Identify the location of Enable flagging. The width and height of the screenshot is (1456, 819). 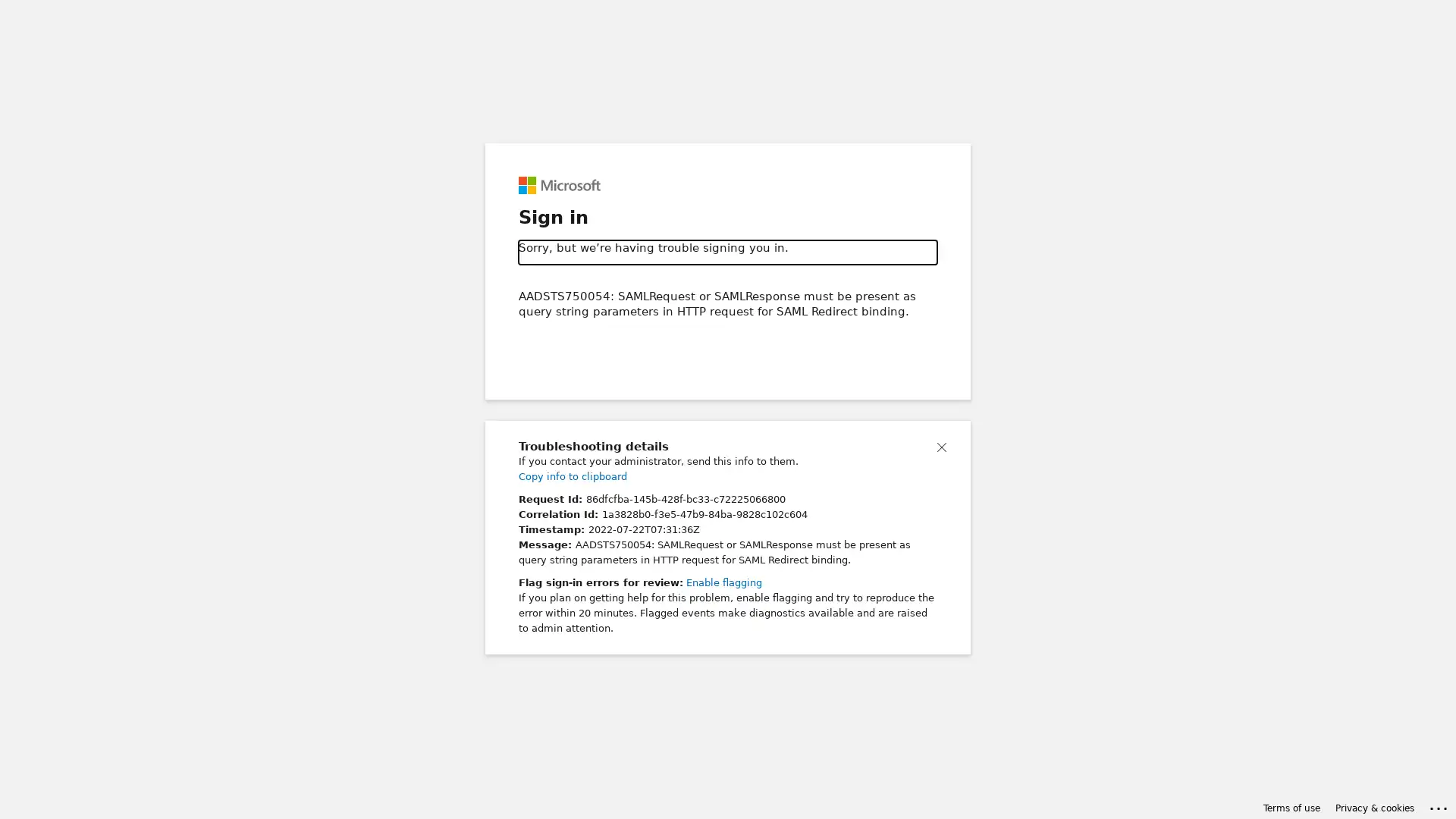
(723, 582).